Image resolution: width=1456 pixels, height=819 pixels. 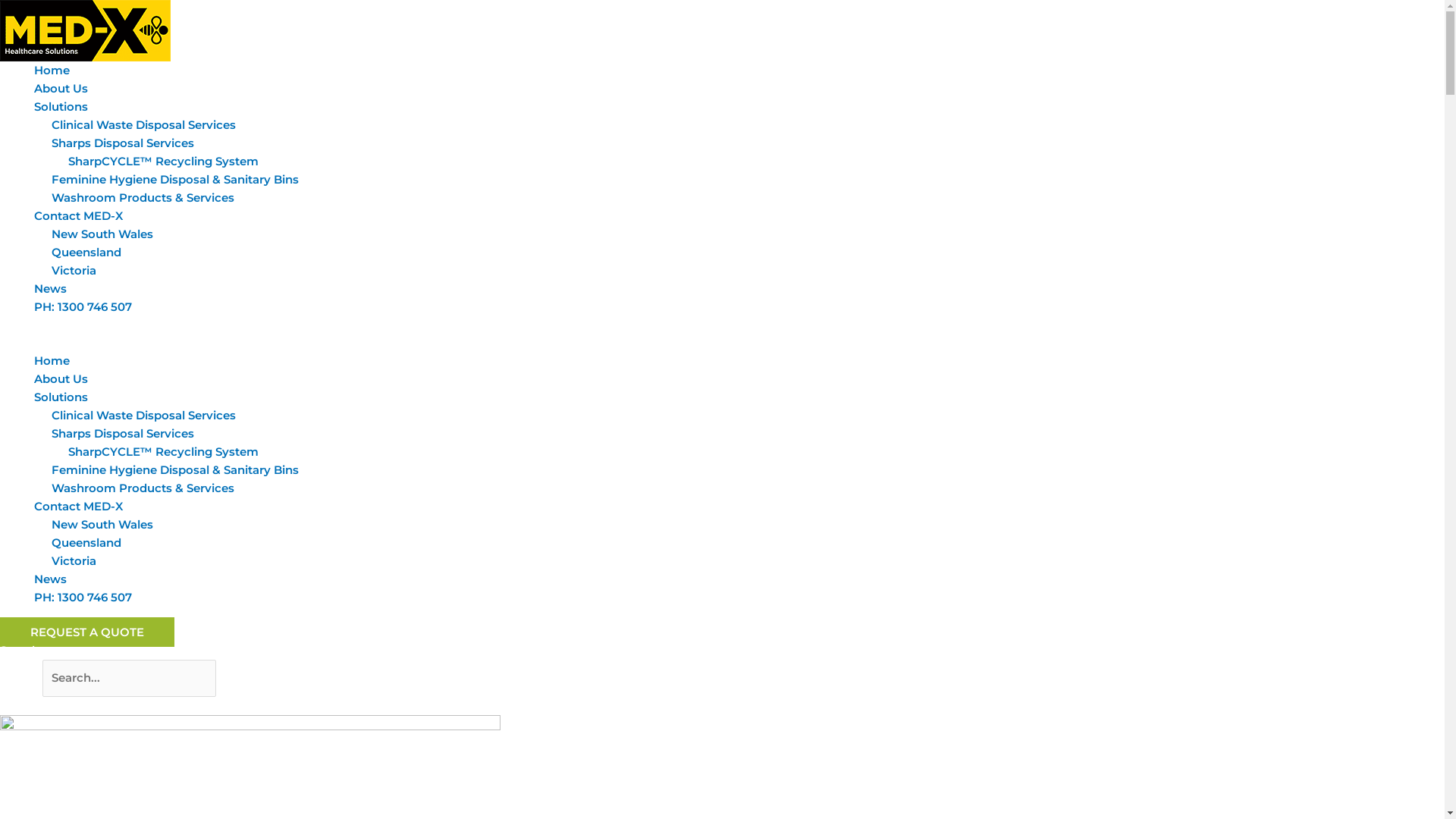 I want to click on 'Home', so click(x=52, y=70).